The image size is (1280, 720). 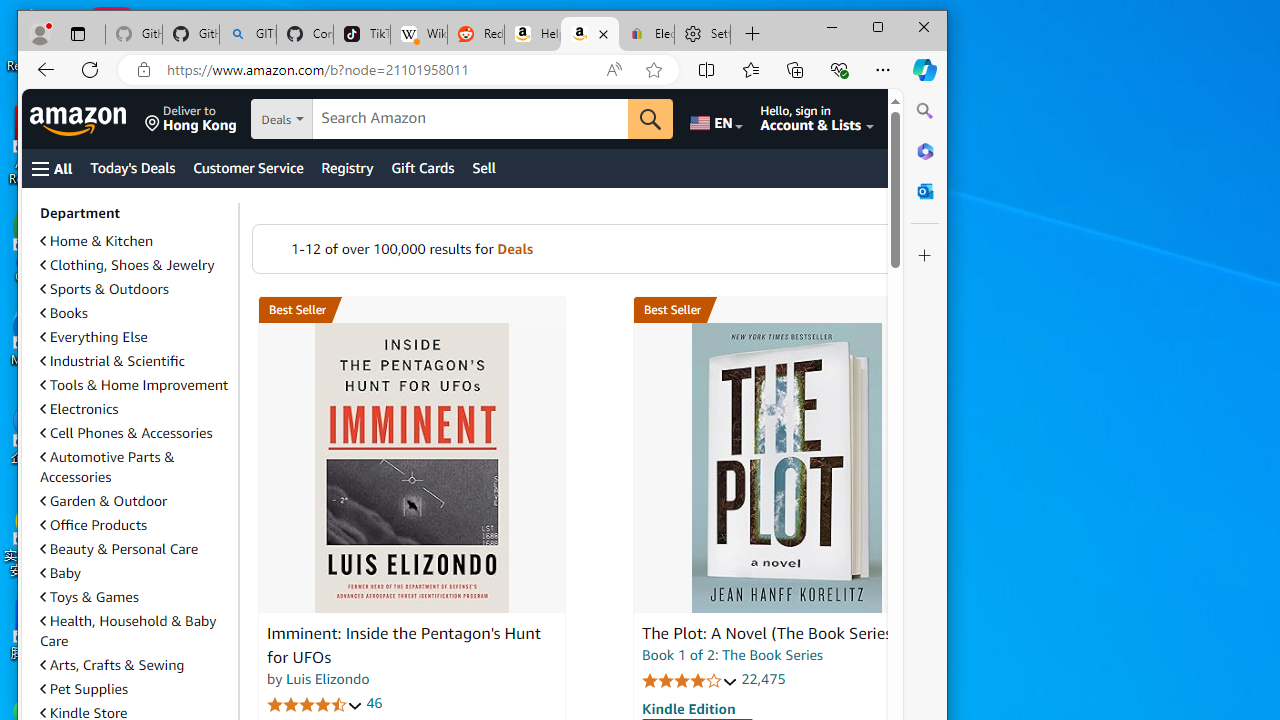 I want to click on 'Sell', so click(x=484, y=167).